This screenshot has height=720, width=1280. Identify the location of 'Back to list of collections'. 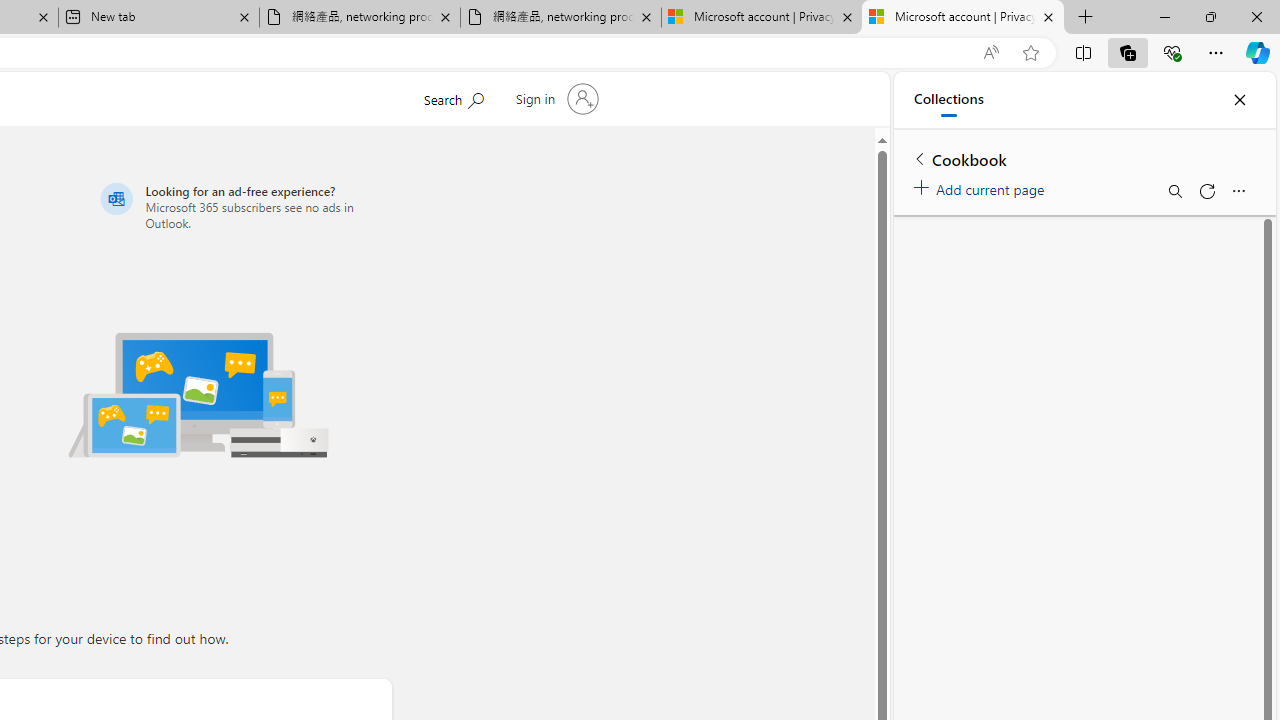
(919, 158).